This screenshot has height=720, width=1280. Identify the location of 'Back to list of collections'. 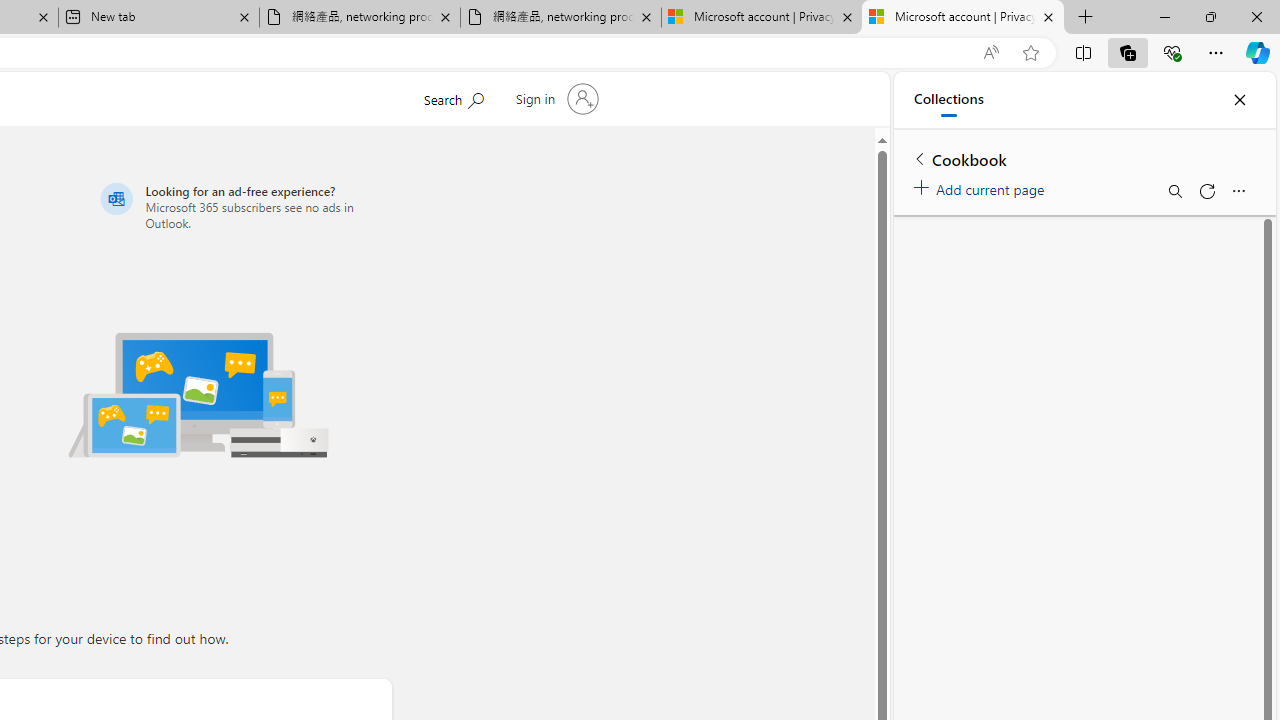
(919, 158).